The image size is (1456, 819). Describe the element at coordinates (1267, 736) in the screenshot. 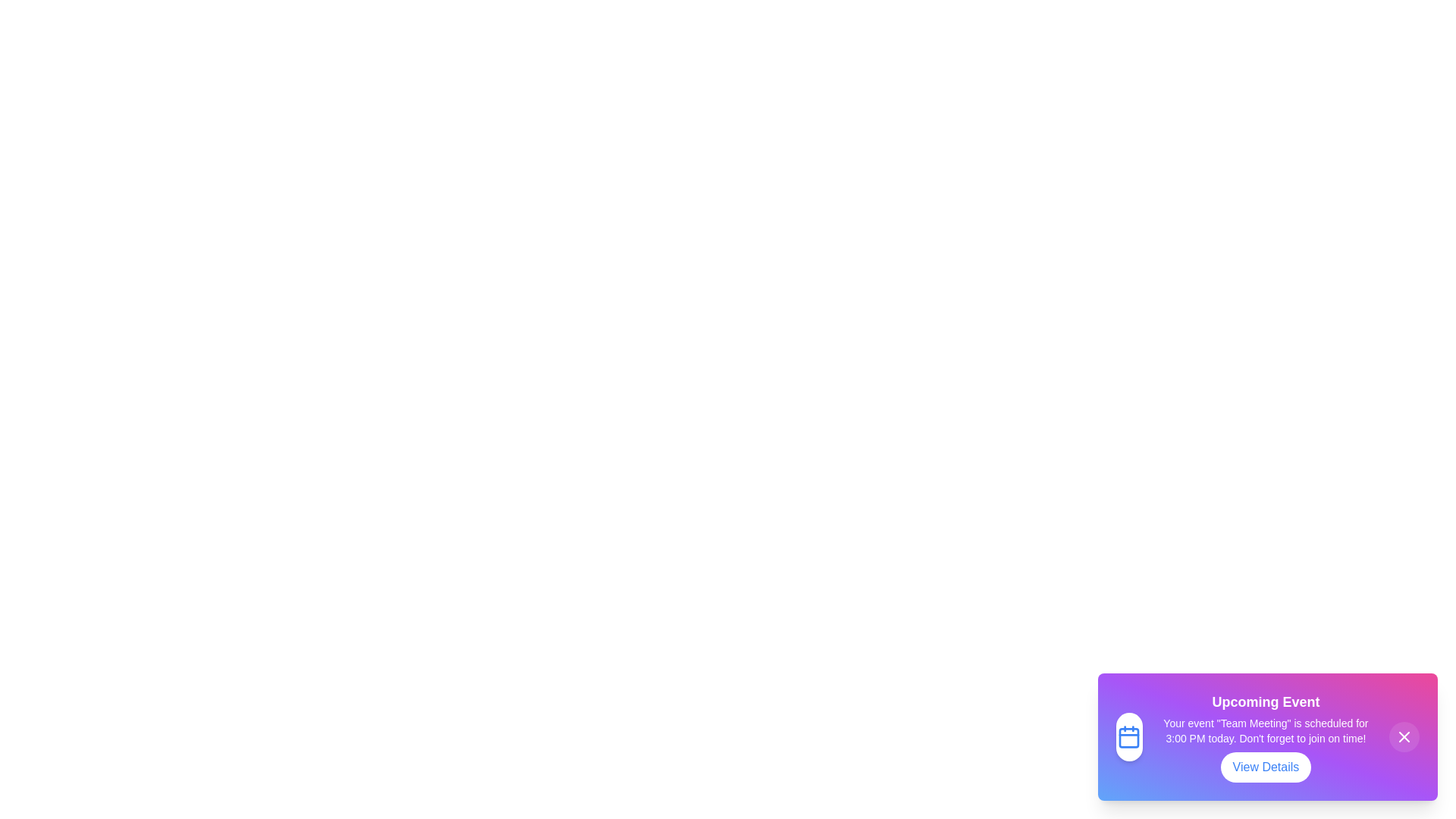

I see `the notification component to focus on it` at that location.